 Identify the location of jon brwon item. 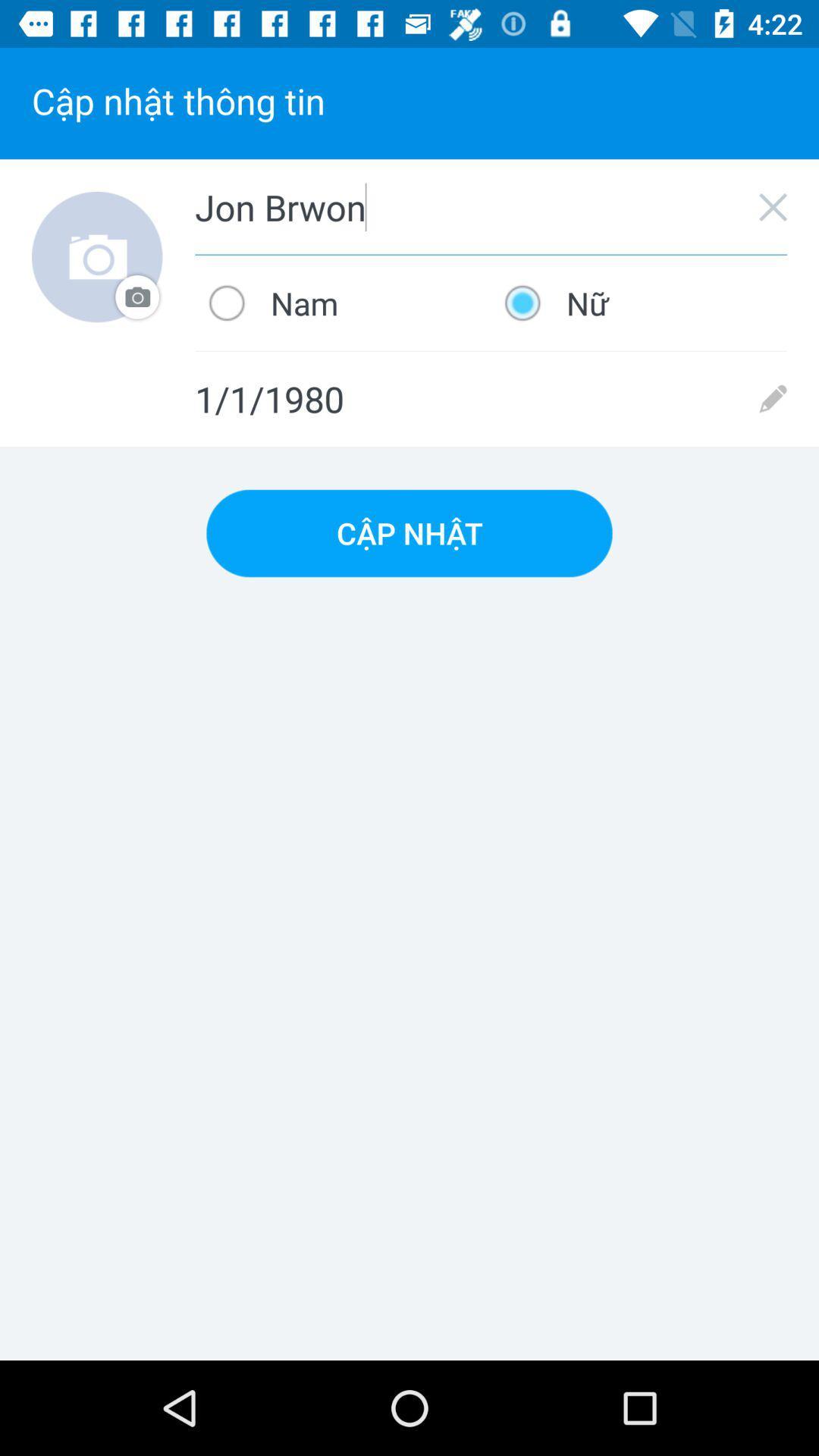
(491, 206).